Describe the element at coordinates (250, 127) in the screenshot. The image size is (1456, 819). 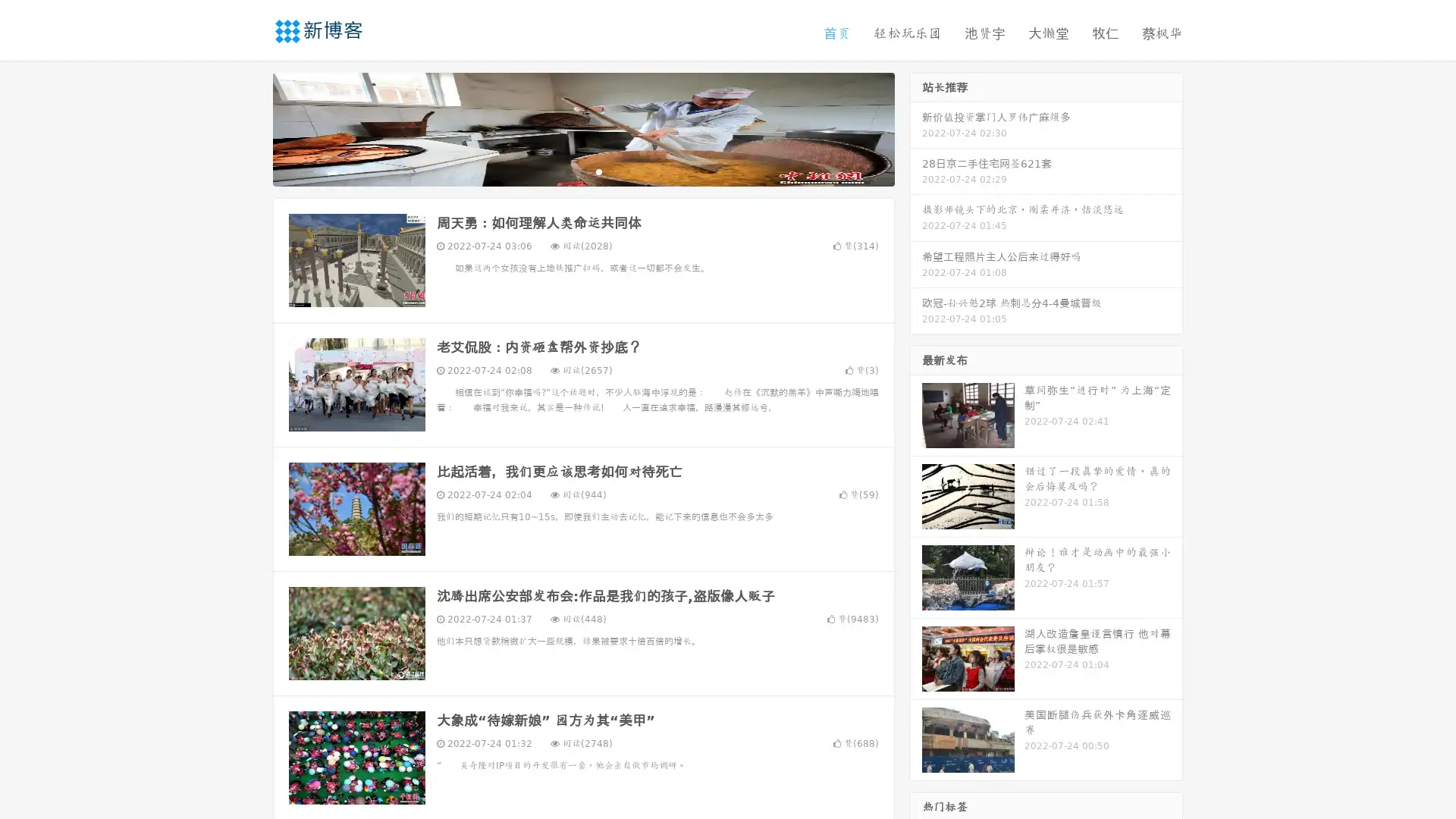
I see `Previous slide` at that location.